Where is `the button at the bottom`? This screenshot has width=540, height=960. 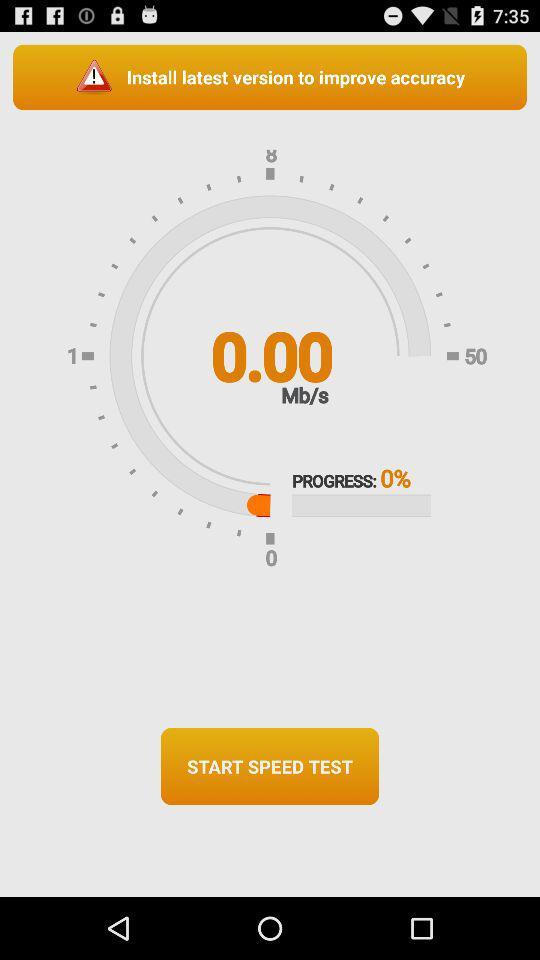 the button at the bottom is located at coordinates (270, 765).